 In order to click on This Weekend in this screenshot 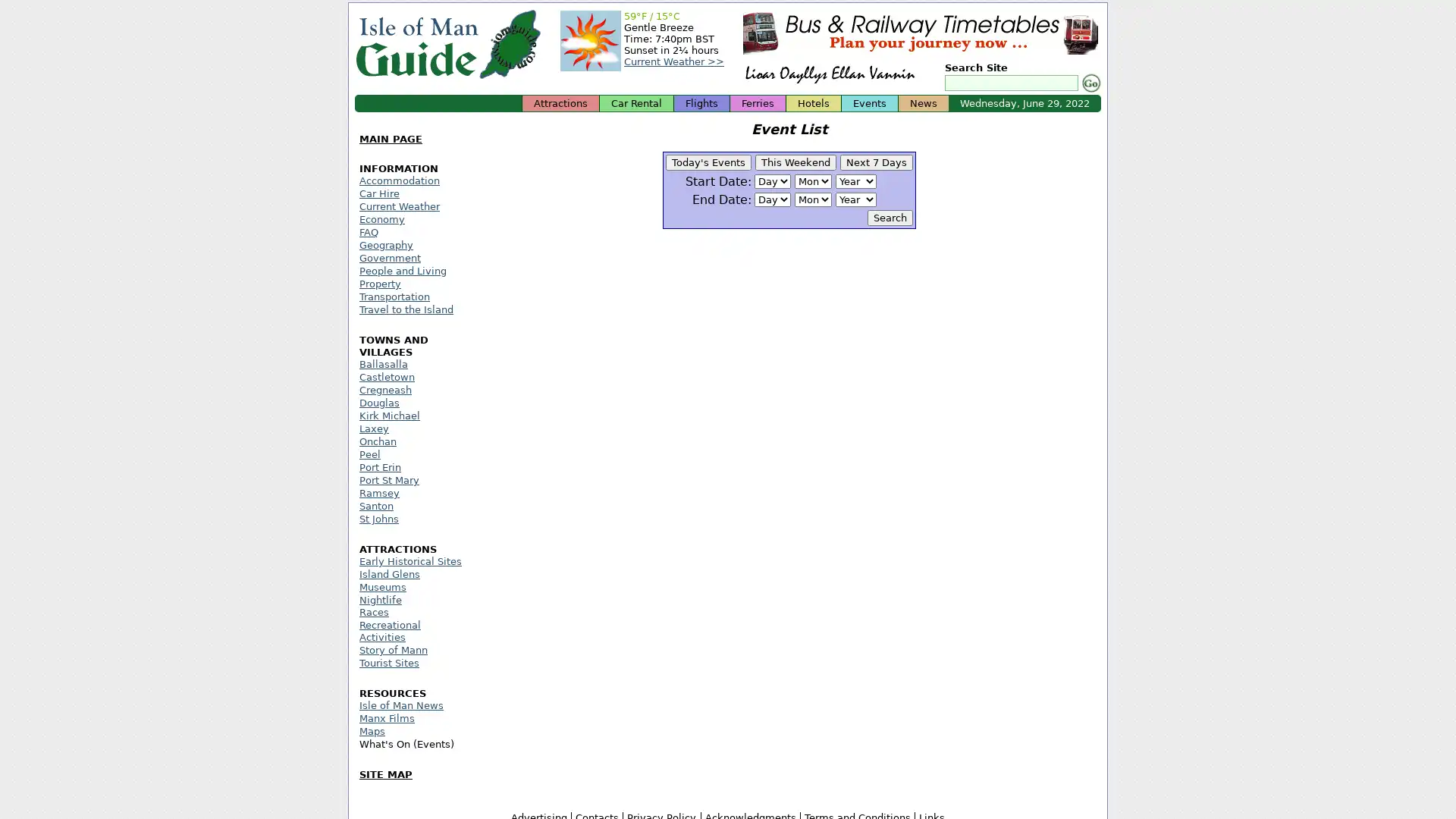, I will do `click(795, 162)`.